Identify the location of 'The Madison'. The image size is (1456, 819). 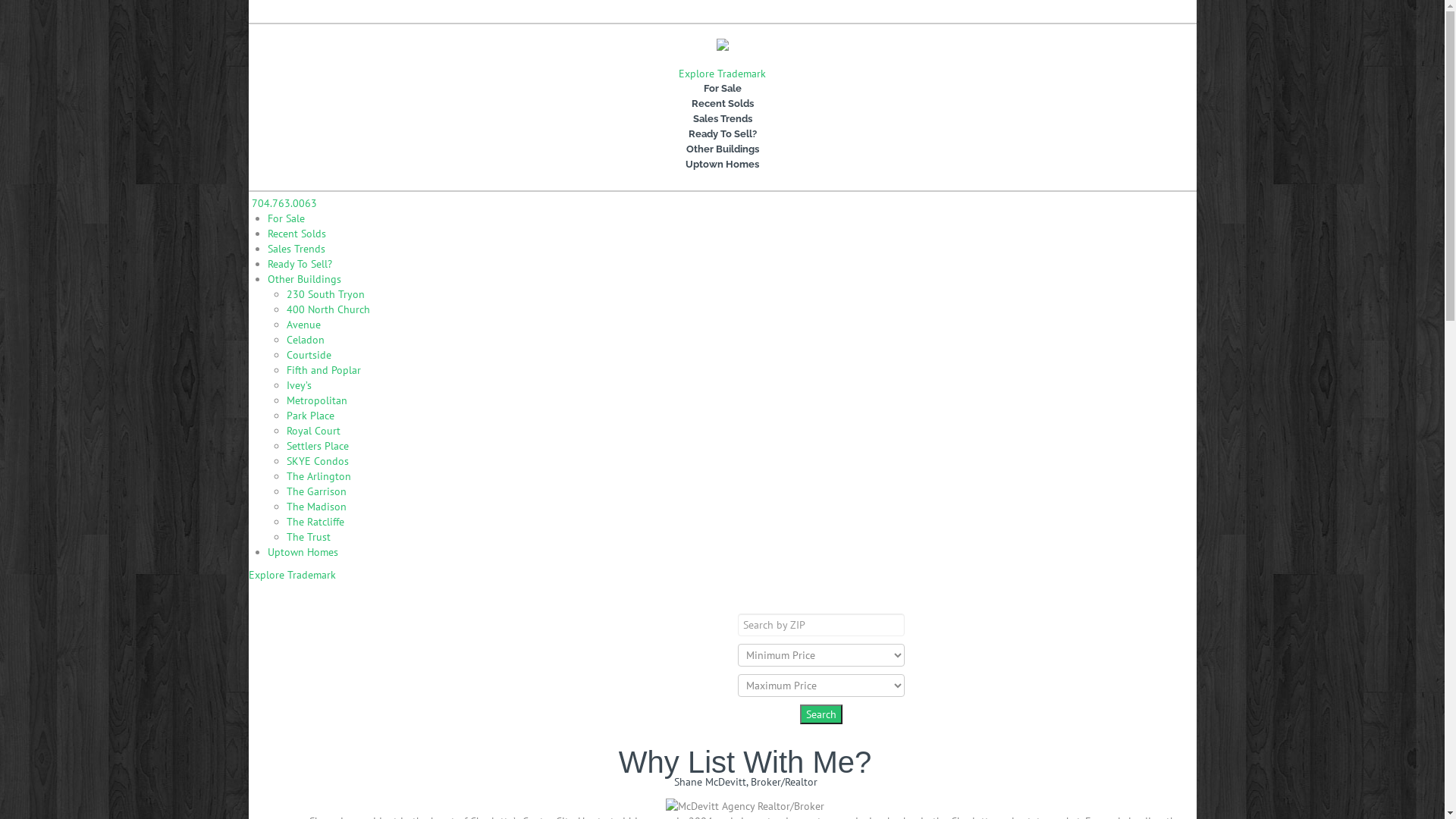
(315, 506).